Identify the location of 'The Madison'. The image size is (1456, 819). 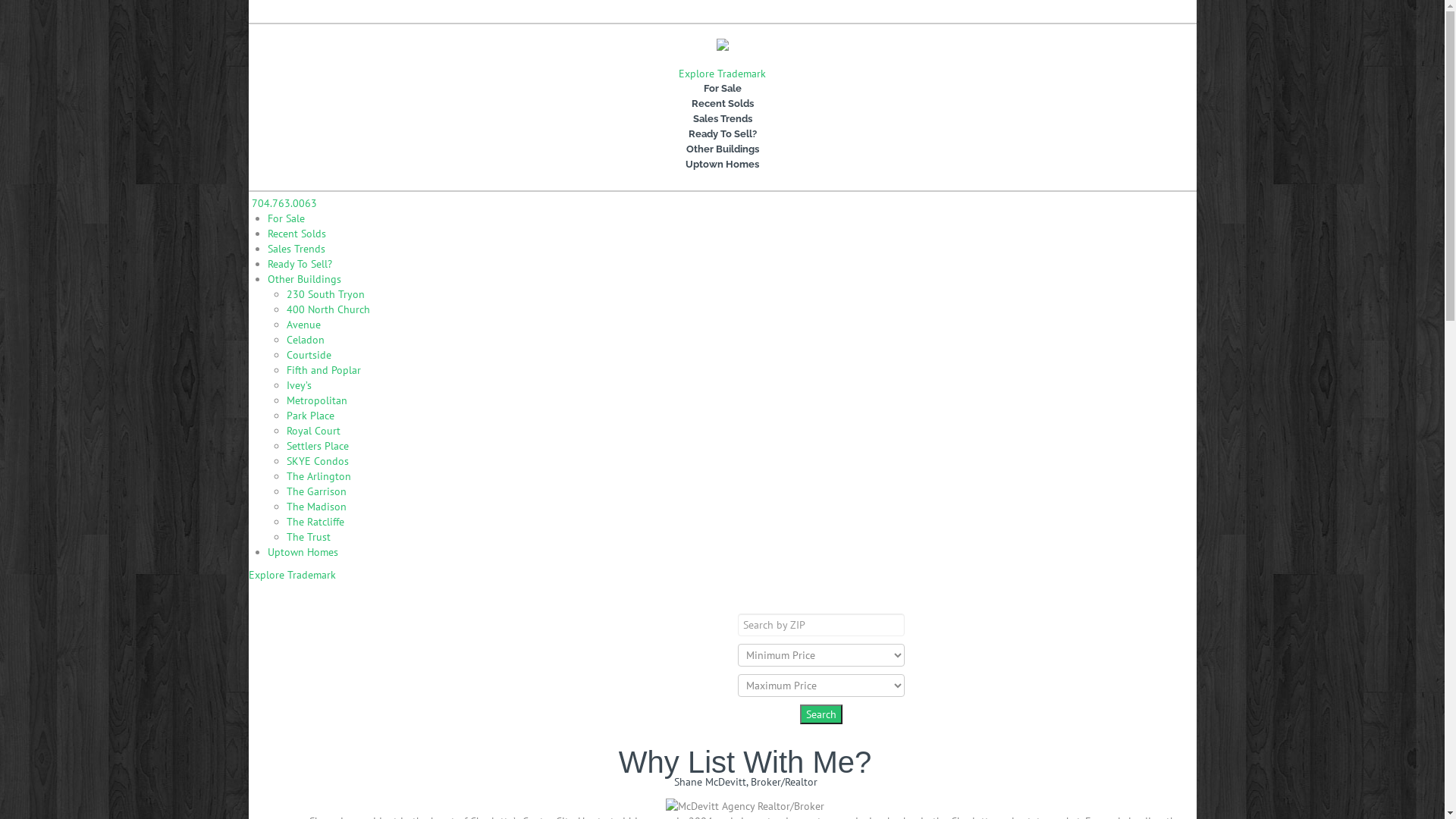
(315, 506).